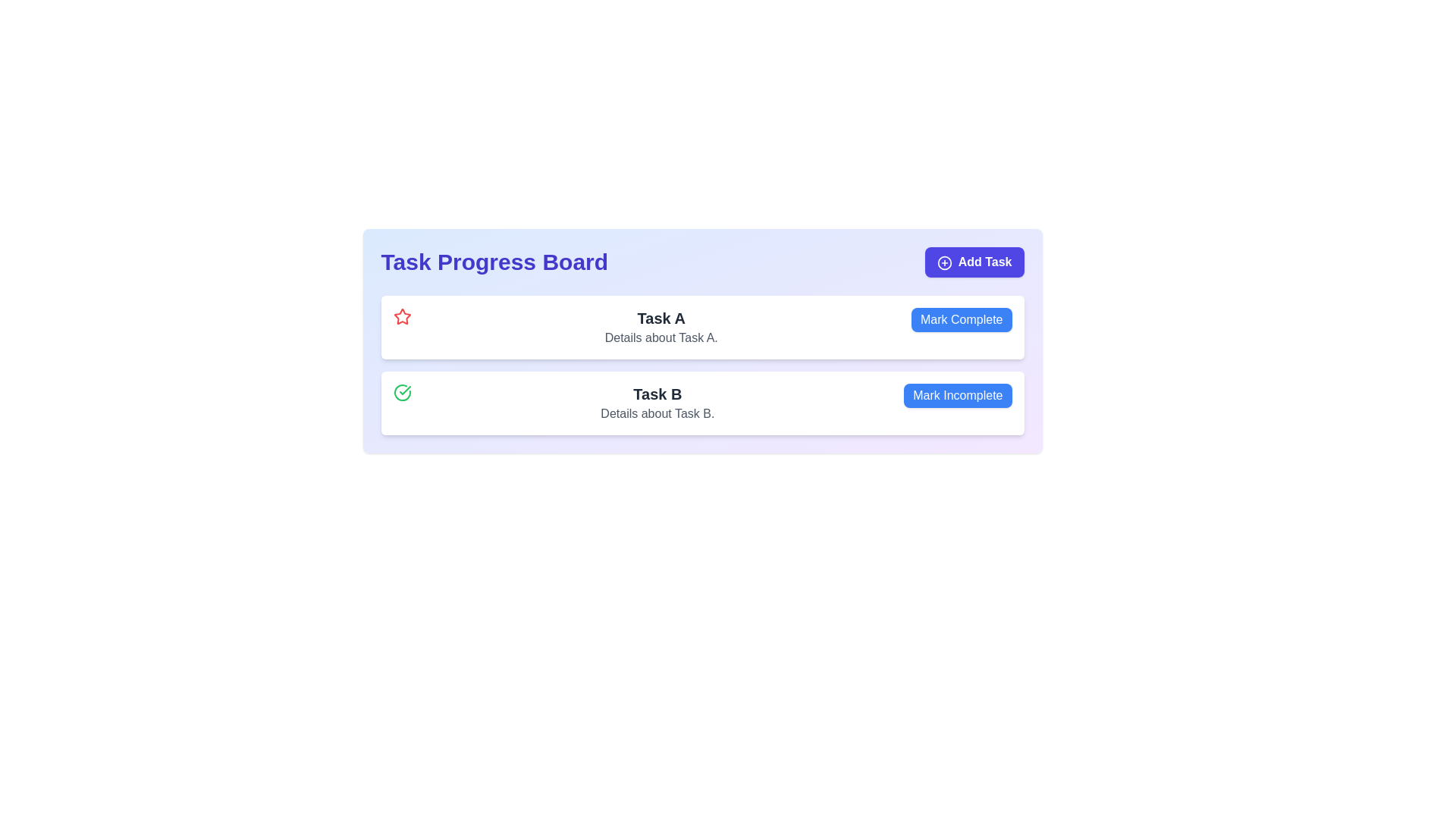 This screenshot has height=819, width=1456. I want to click on the decorative icon next to the 'Add Task' button in the top-right corner of the task board interface, so click(943, 262).